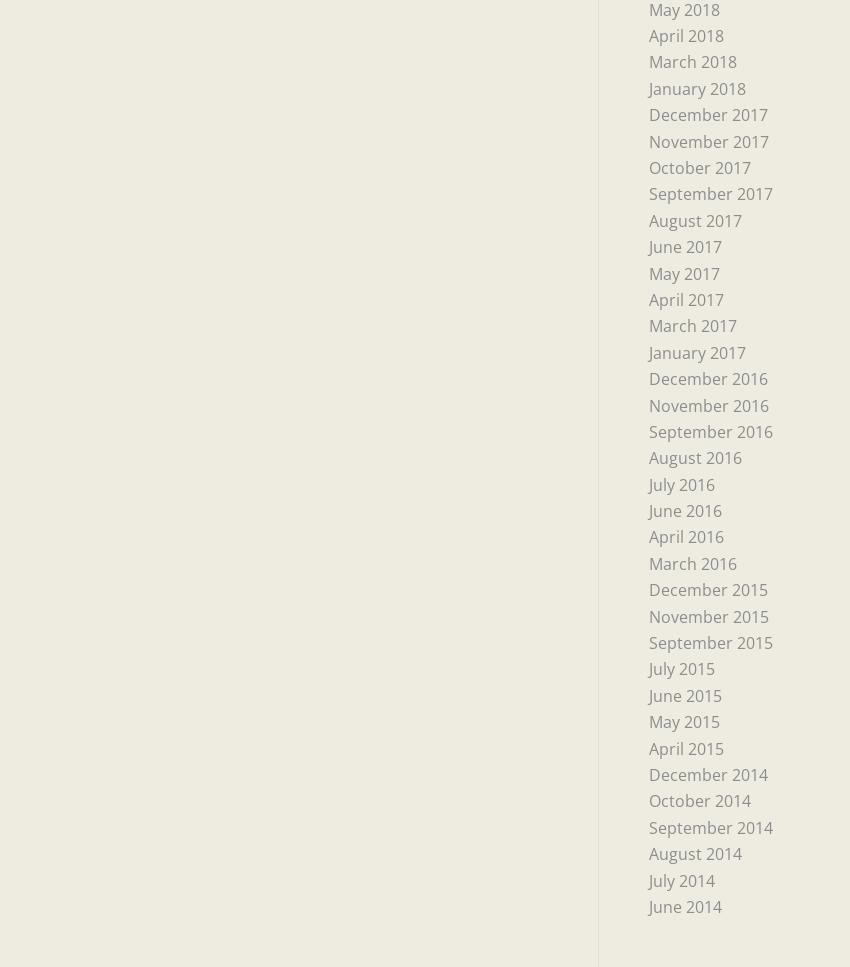 The height and width of the screenshot is (967, 850). What do you see at coordinates (648, 588) in the screenshot?
I see `'December 2015'` at bounding box center [648, 588].